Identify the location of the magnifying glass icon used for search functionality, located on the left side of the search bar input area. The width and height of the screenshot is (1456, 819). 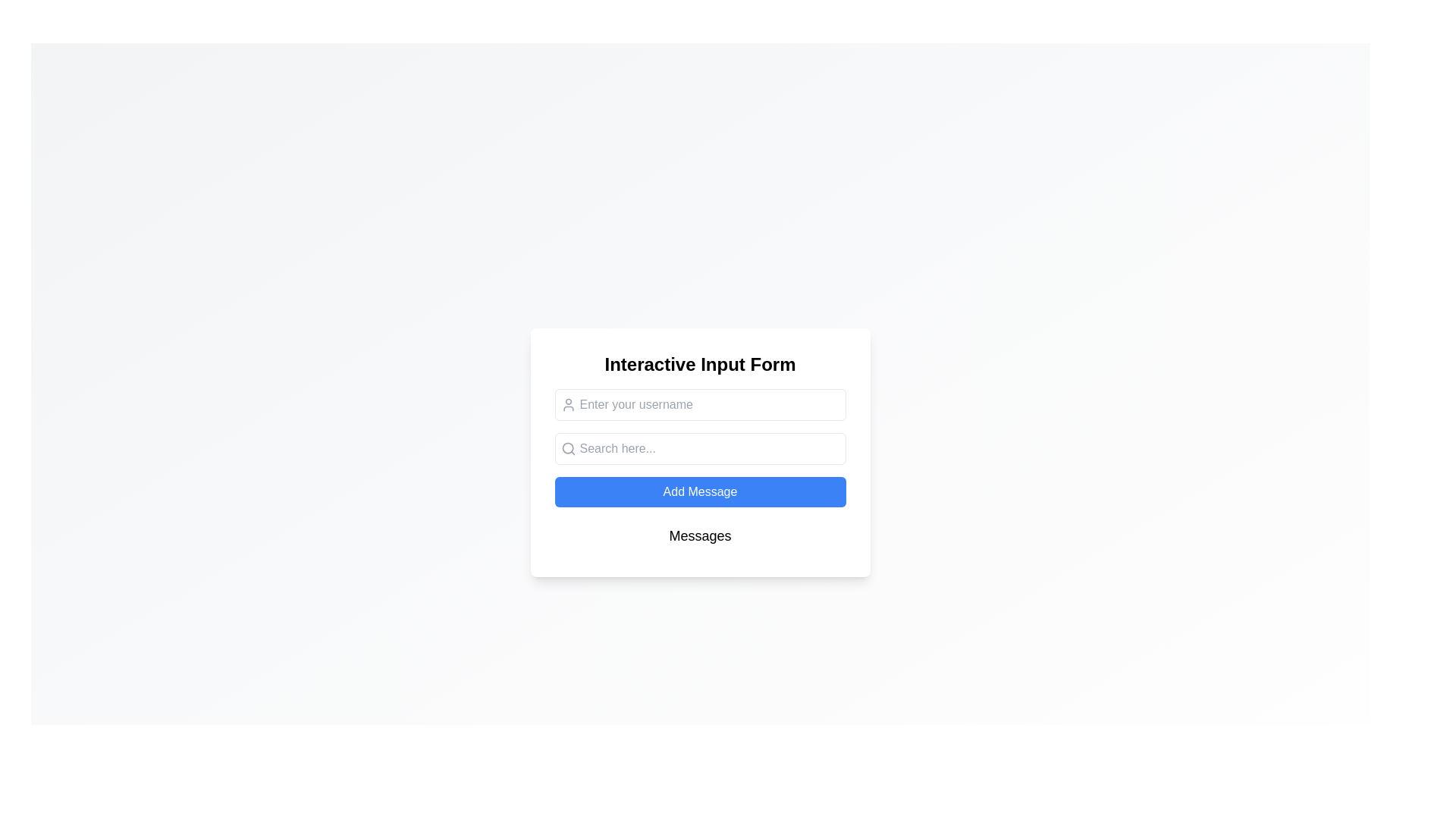
(567, 447).